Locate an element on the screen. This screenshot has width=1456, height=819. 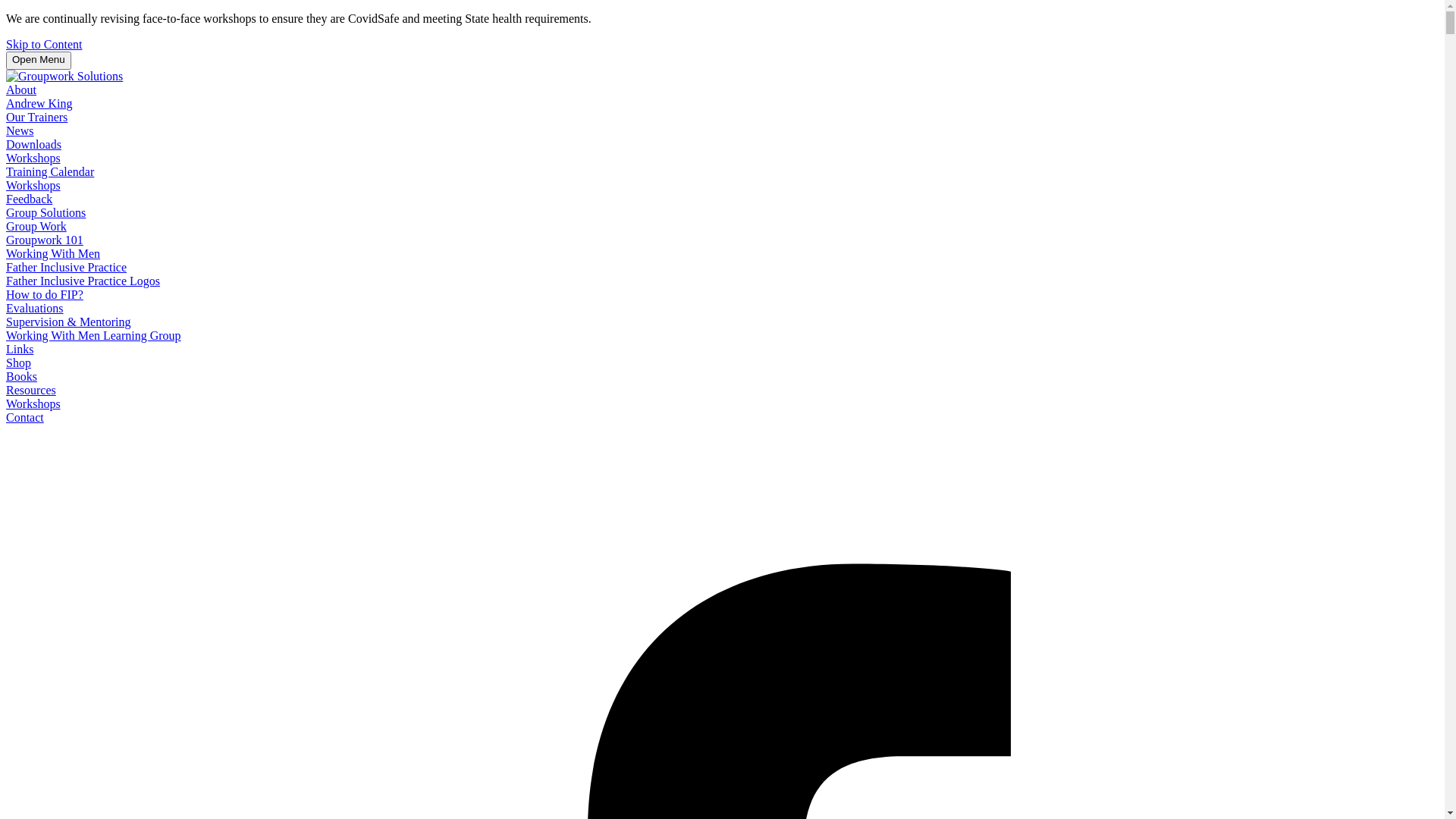
'Links' is located at coordinates (19, 349).